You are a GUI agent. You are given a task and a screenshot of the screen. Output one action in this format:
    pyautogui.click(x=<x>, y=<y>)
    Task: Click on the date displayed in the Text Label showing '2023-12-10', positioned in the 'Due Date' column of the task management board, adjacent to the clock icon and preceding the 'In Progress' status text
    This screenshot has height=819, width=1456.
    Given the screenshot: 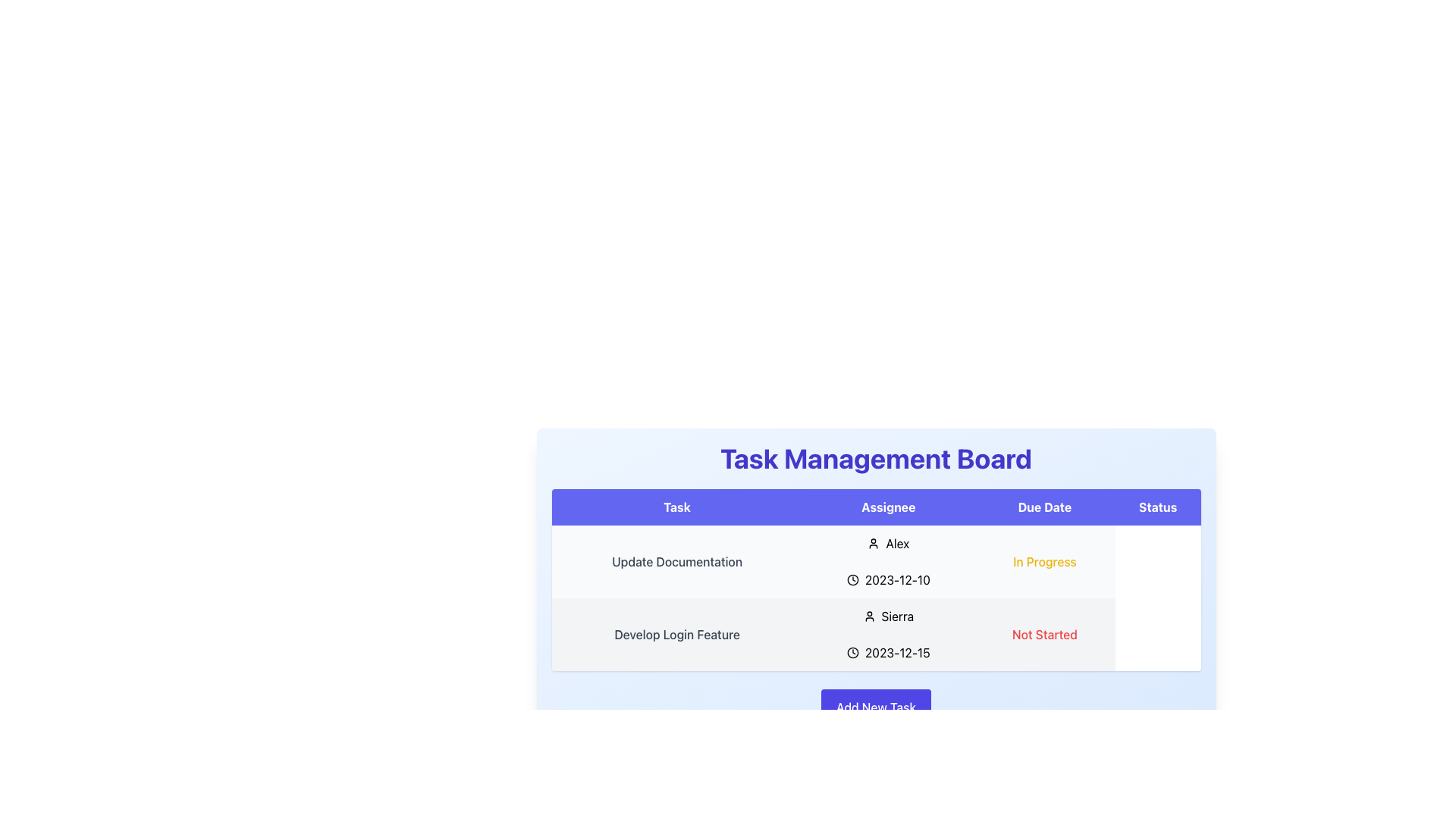 What is the action you would take?
    pyautogui.click(x=897, y=579)
    